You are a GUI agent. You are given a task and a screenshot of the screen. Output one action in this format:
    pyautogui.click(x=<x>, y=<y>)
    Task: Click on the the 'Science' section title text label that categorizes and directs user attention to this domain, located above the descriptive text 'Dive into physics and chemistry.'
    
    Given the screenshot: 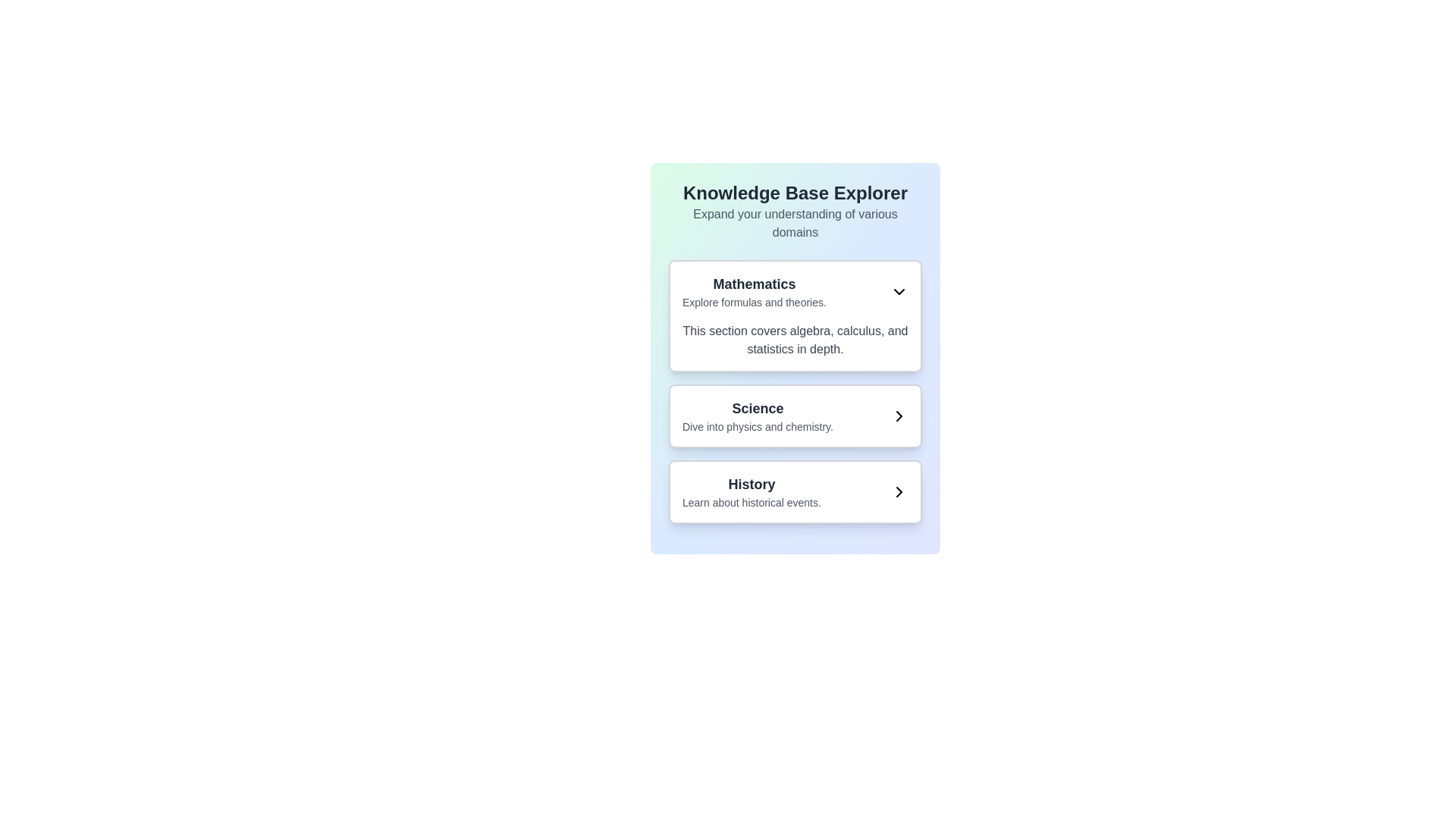 What is the action you would take?
    pyautogui.click(x=758, y=408)
    